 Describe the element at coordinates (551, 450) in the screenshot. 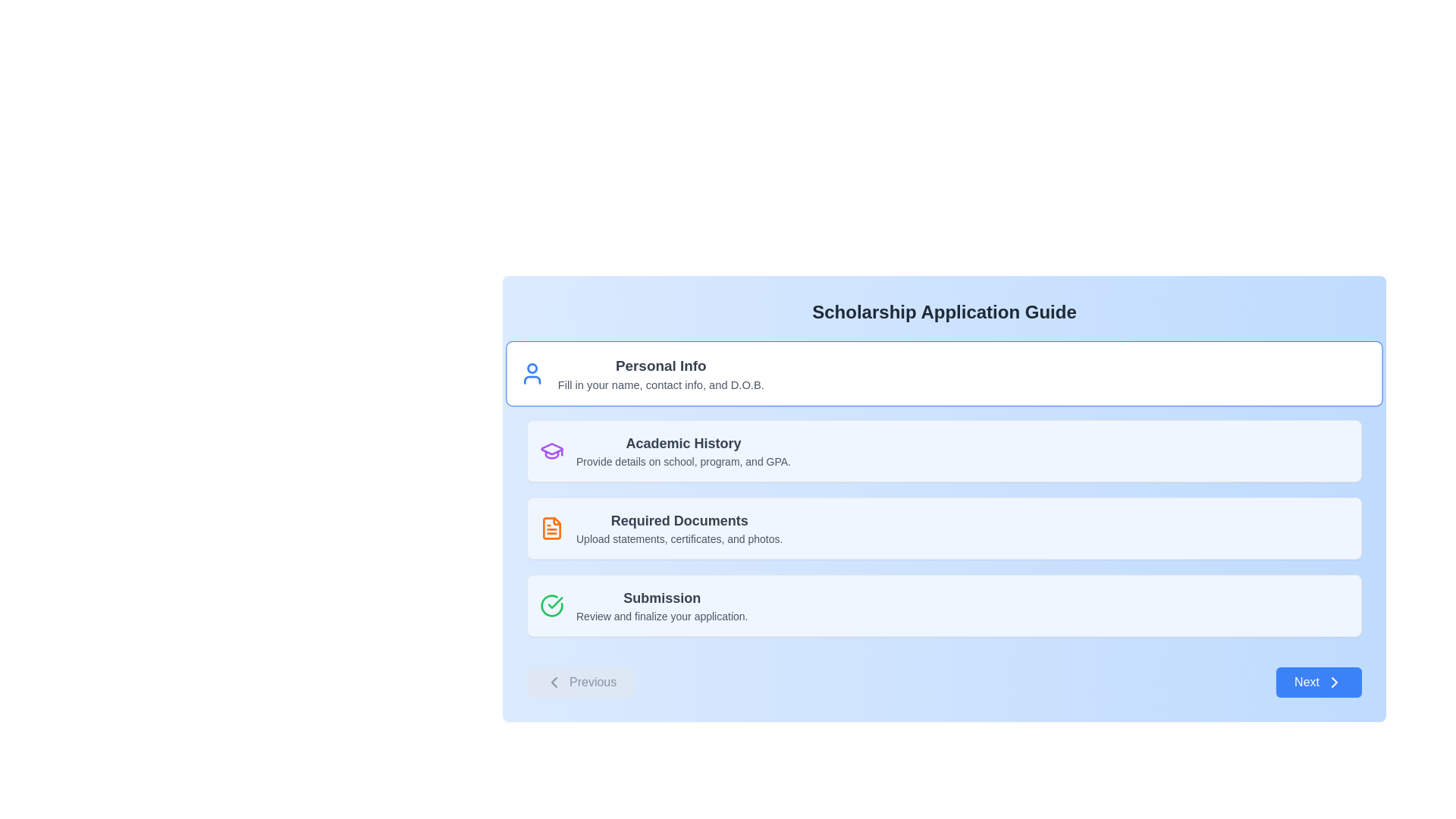

I see `the purple graduation cap icon located to the left of the 'Academic History' section in the card-like component` at that location.